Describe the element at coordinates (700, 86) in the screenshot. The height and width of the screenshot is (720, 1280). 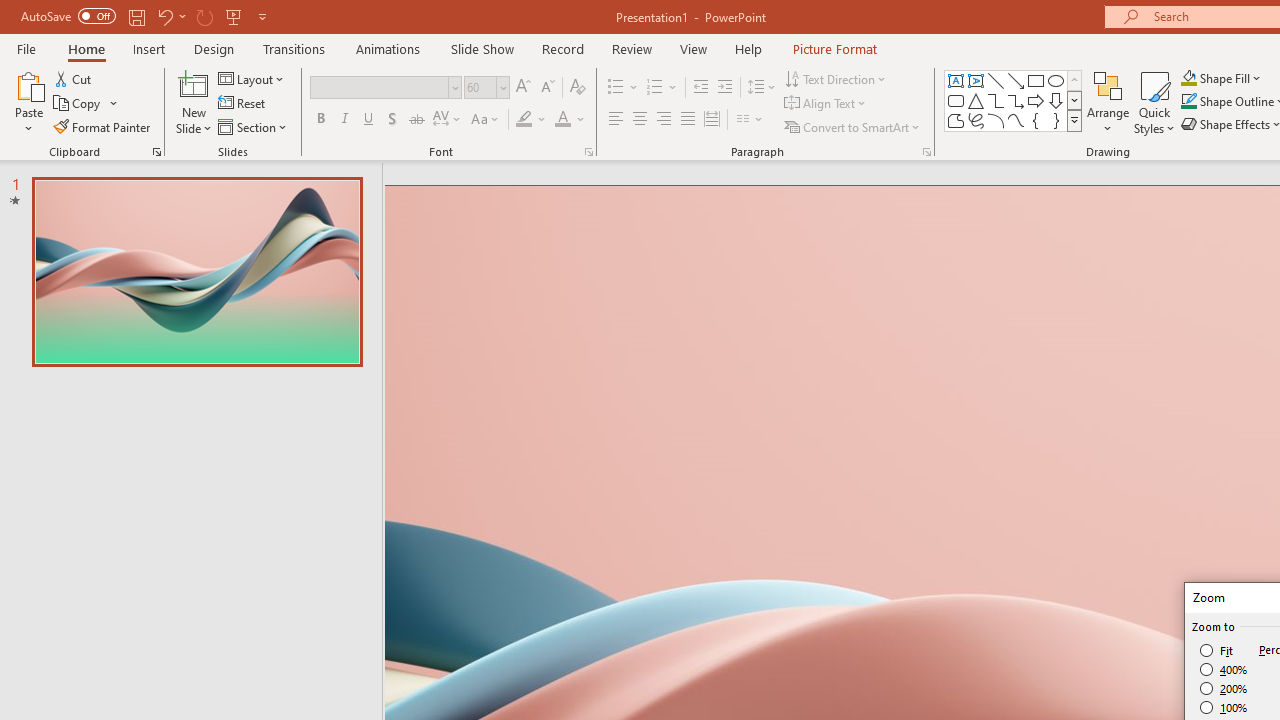
I see `'Decrease Indent'` at that location.